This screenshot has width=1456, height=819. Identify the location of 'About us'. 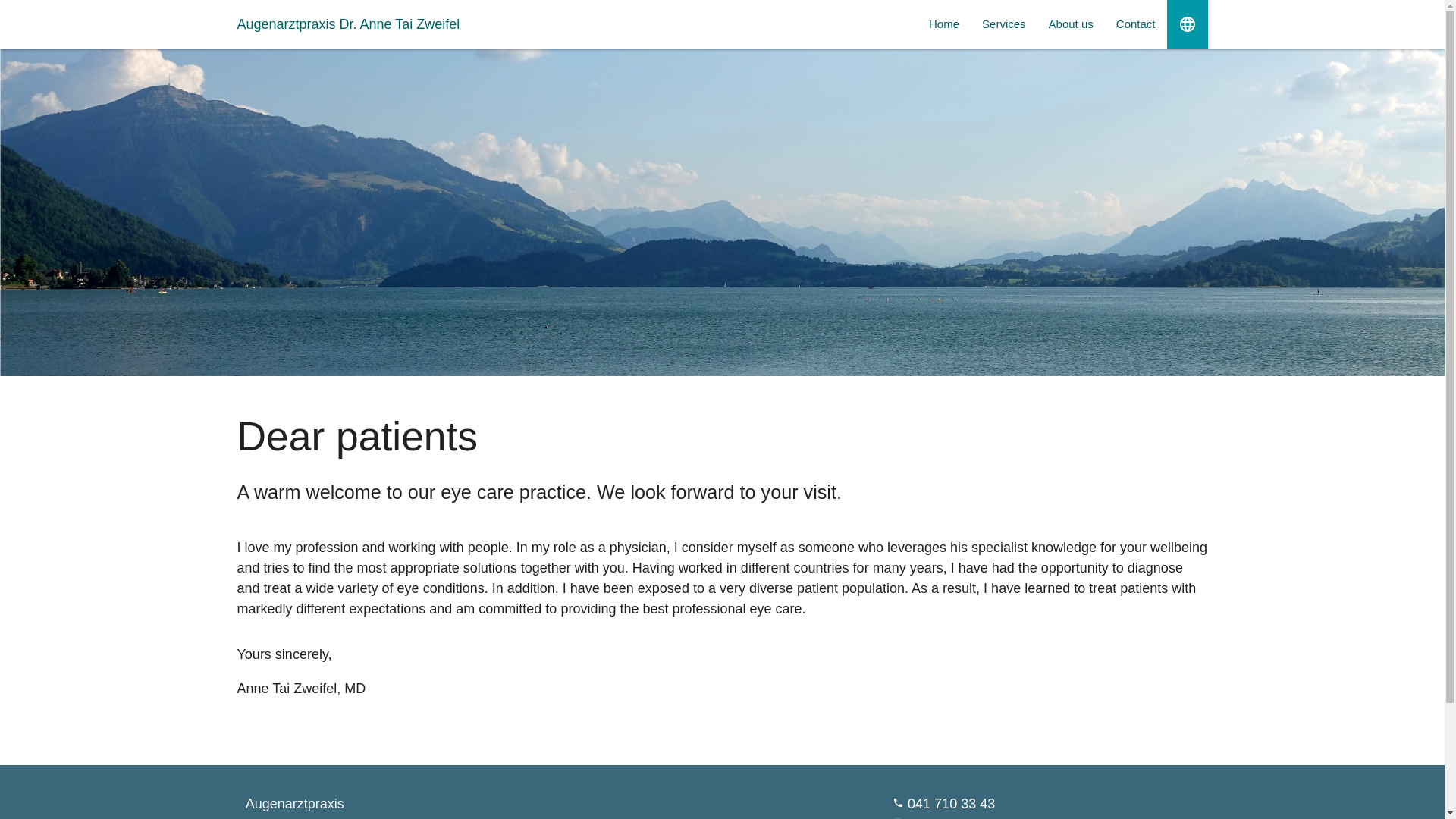
(1070, 24).